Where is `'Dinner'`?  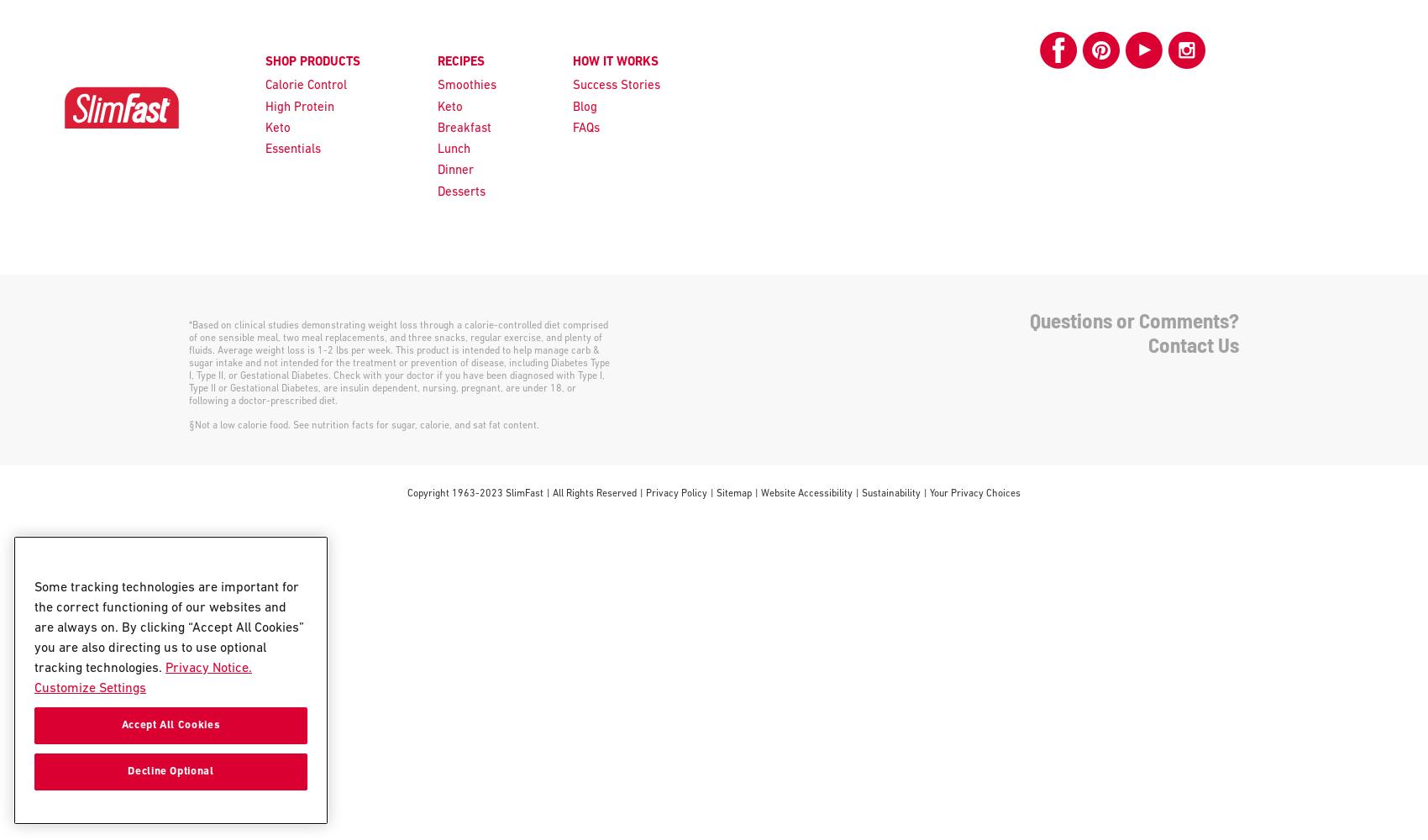
'Dinner' is located at coordinates (454, 170).